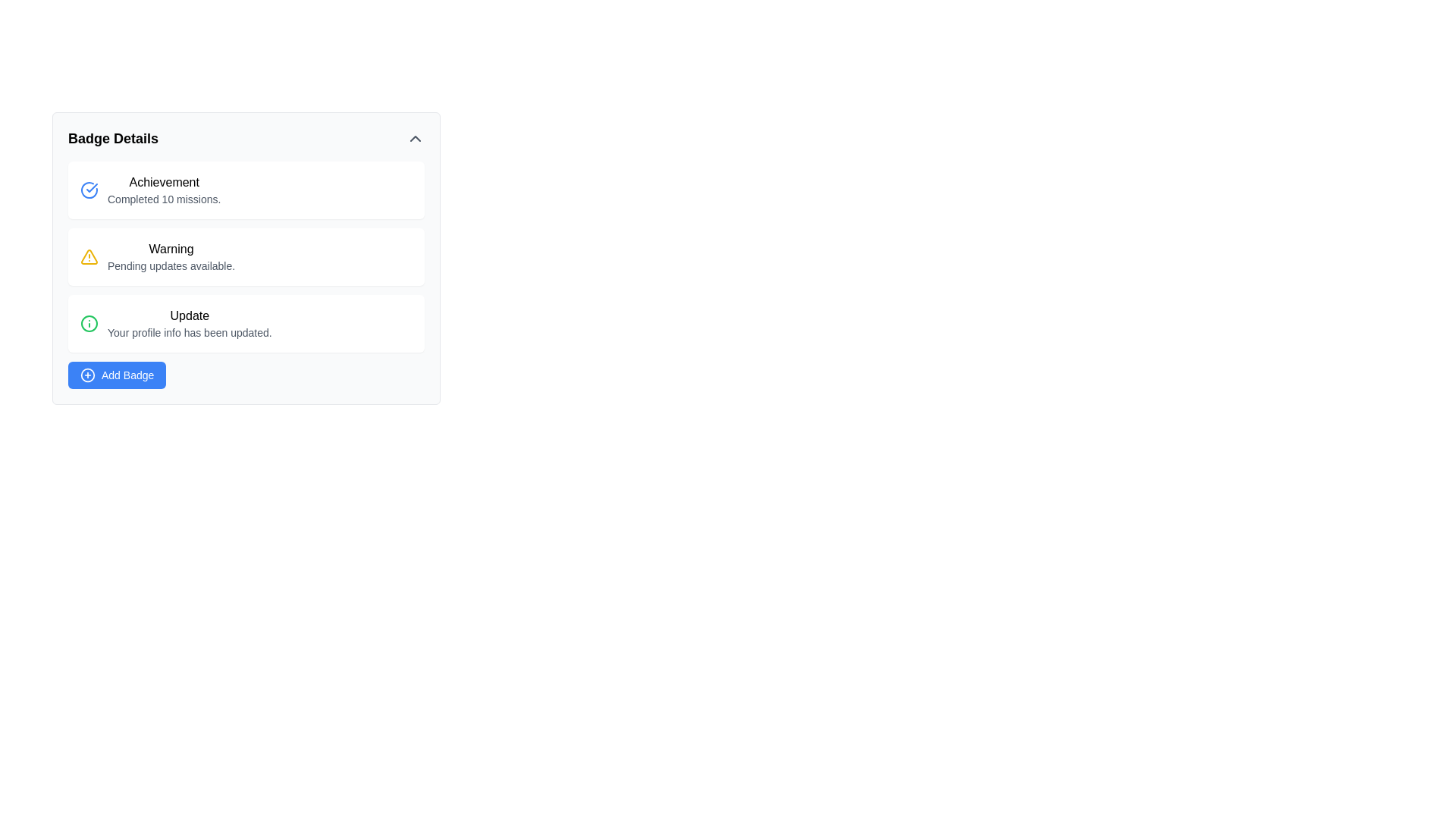 This screenshot has width=1456, height=819. Describe the element at coordinates (415, 138) in the screenshot. I see `the icon in the top-right corner of the 'Badge Details' section header` at that location.